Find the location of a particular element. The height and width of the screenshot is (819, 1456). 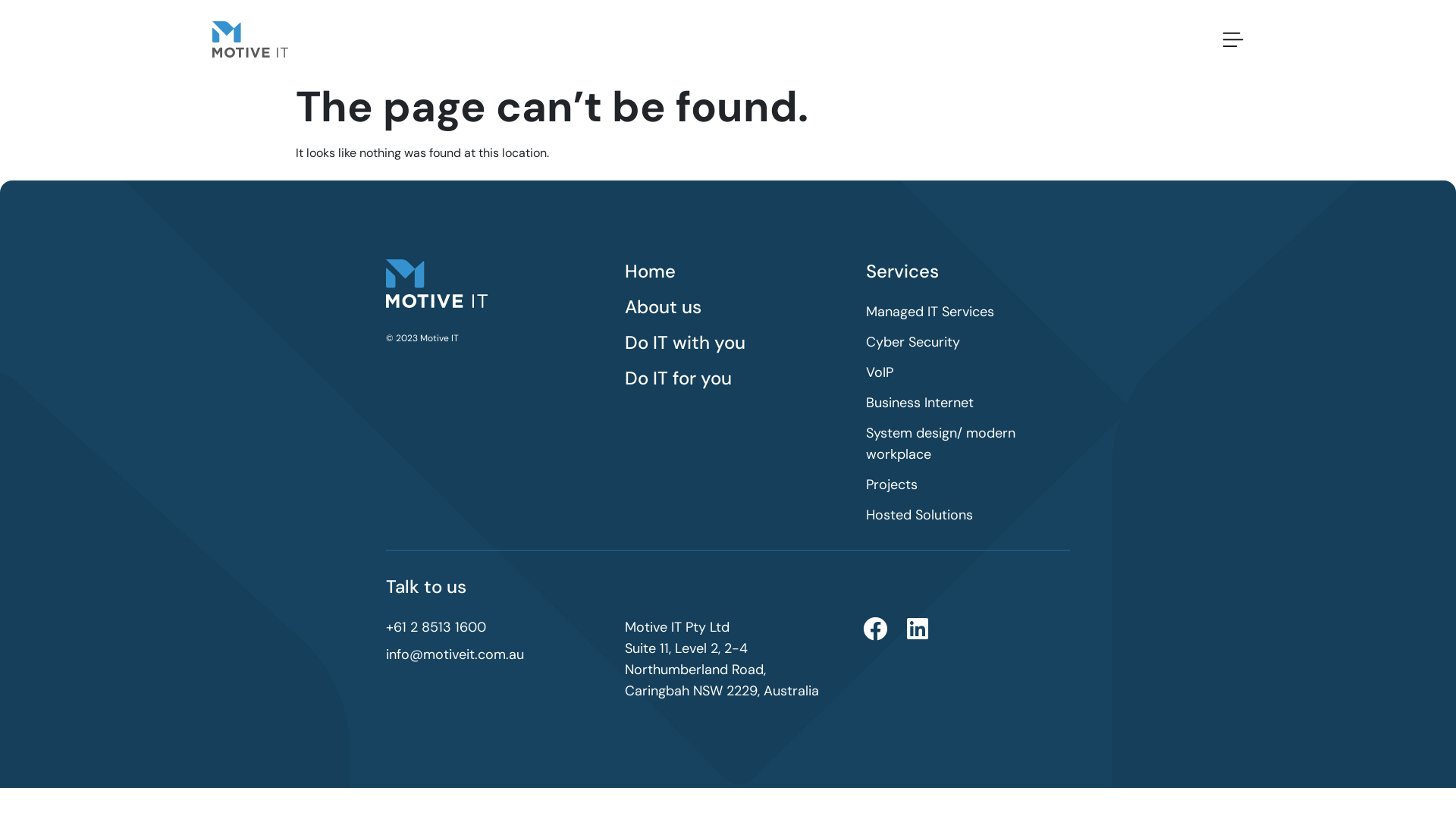

'About us' is located at coordinates (625, 306).